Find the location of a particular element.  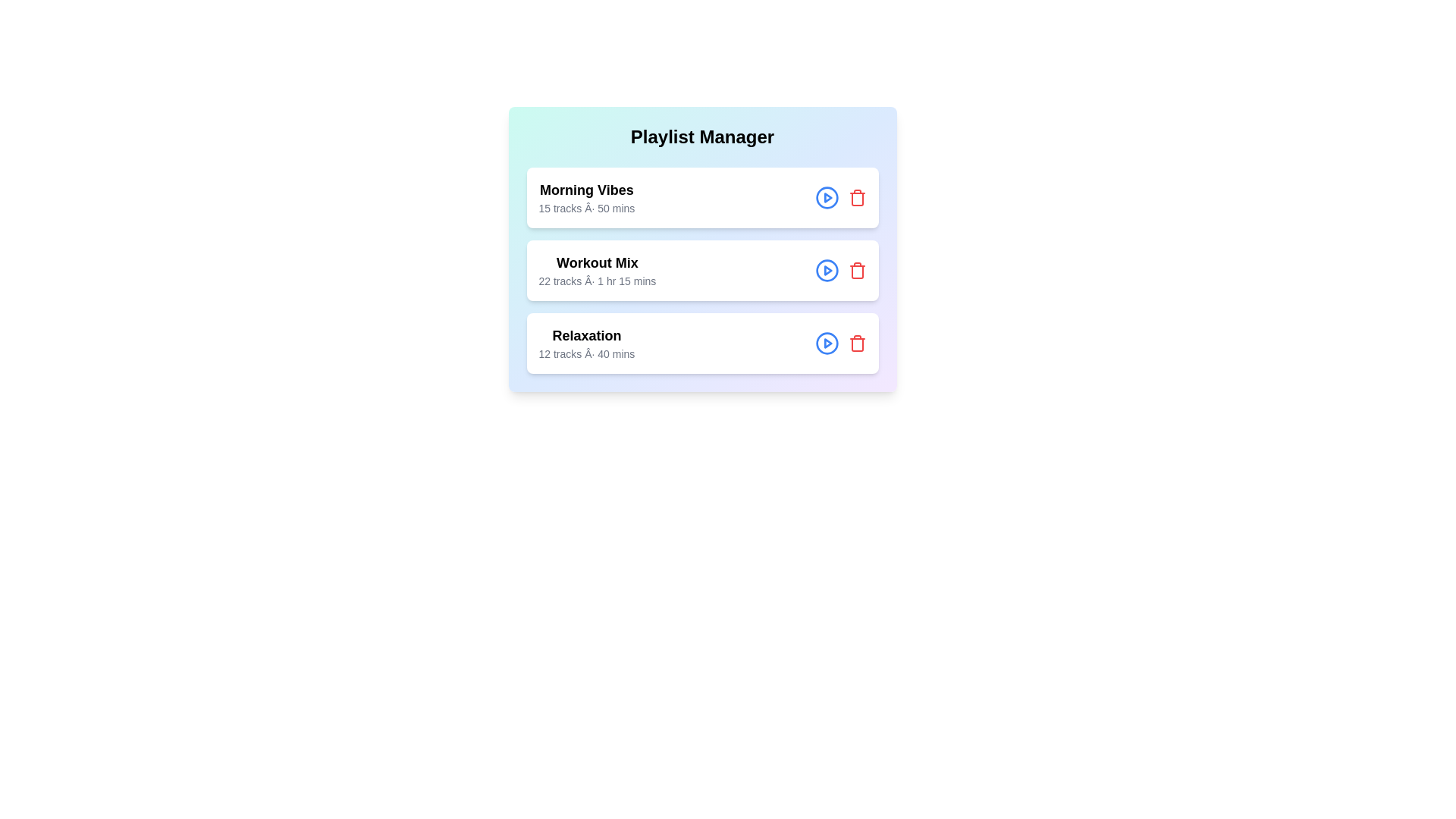

the delete button for the playlist titled 'Relaxation' is located at coordinates (857, 343).